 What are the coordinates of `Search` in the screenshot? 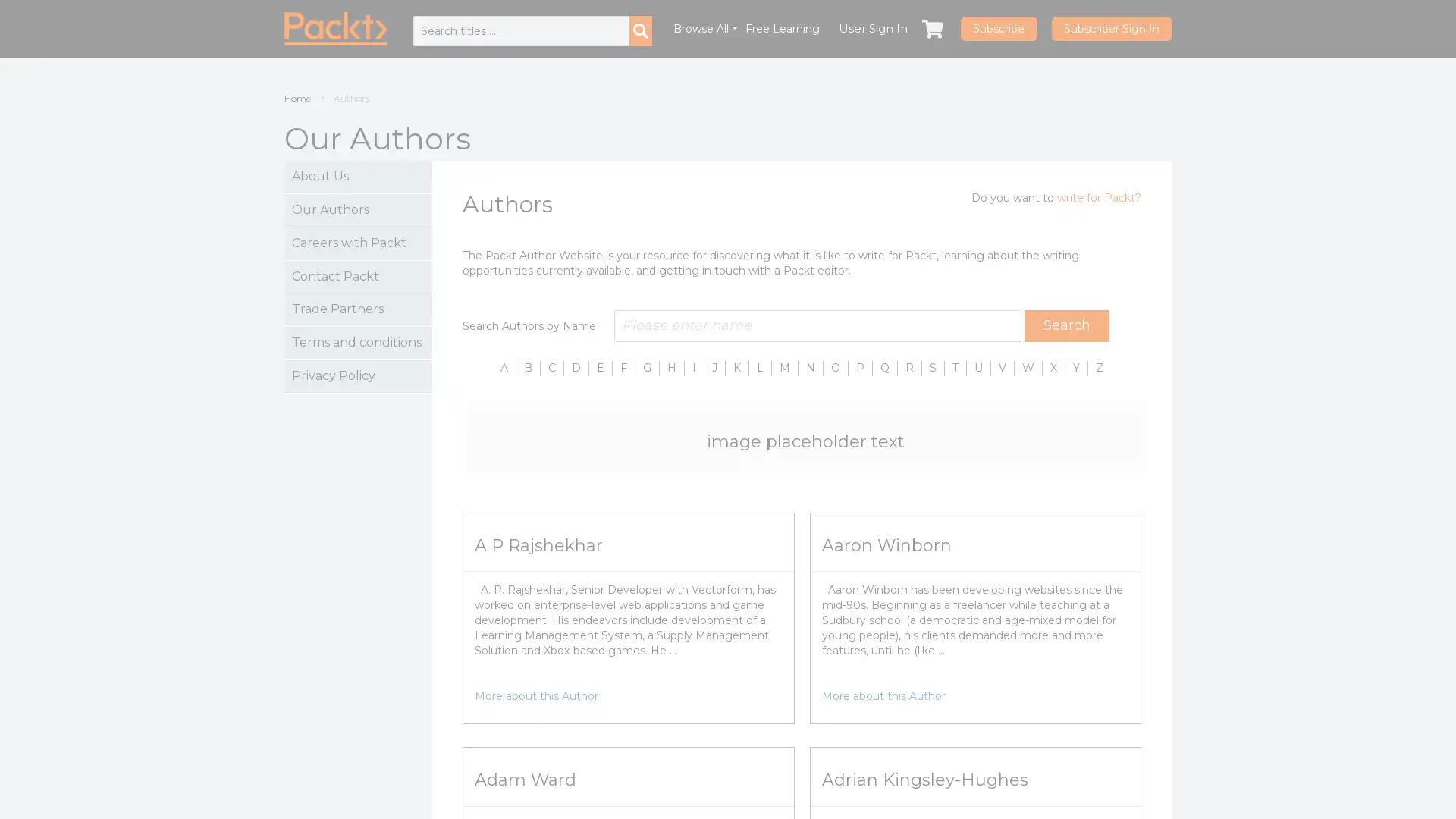 It's located at (640, 31).